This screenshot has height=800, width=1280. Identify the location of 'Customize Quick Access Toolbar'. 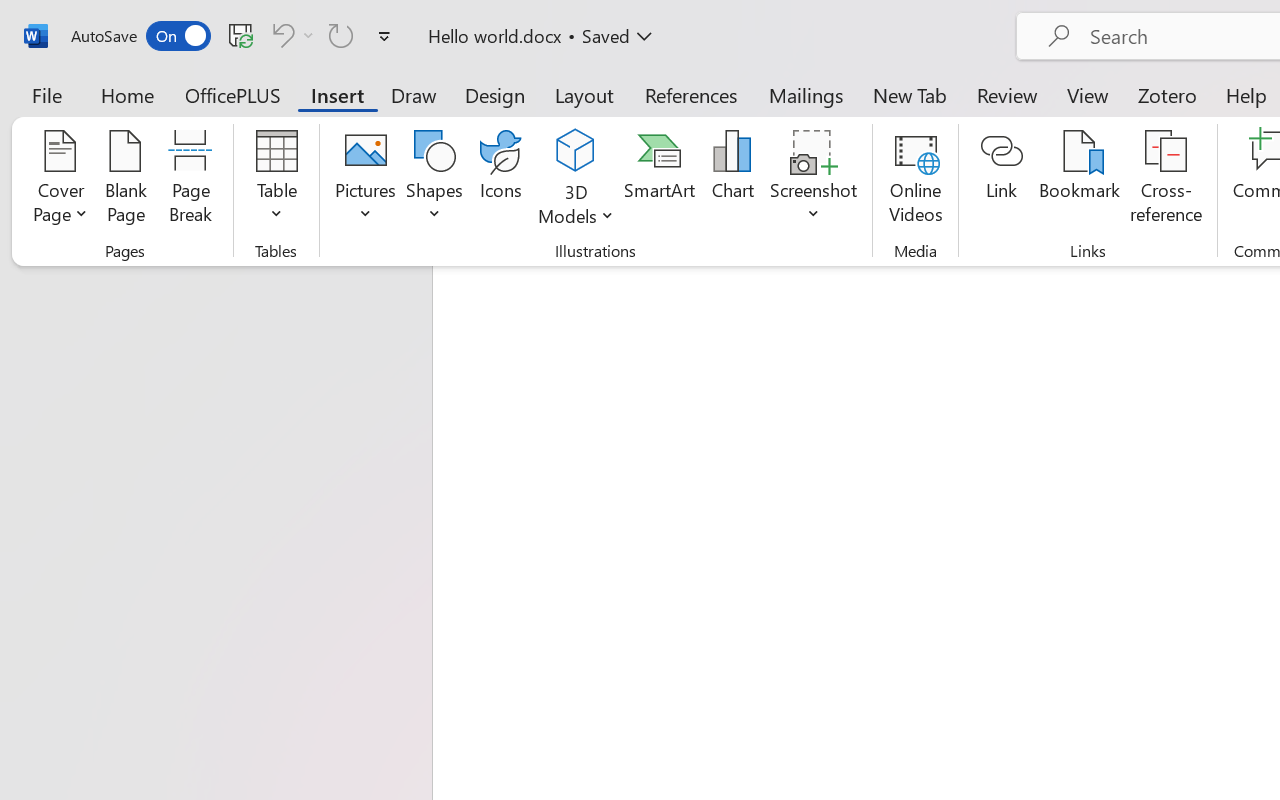
(384, 35).